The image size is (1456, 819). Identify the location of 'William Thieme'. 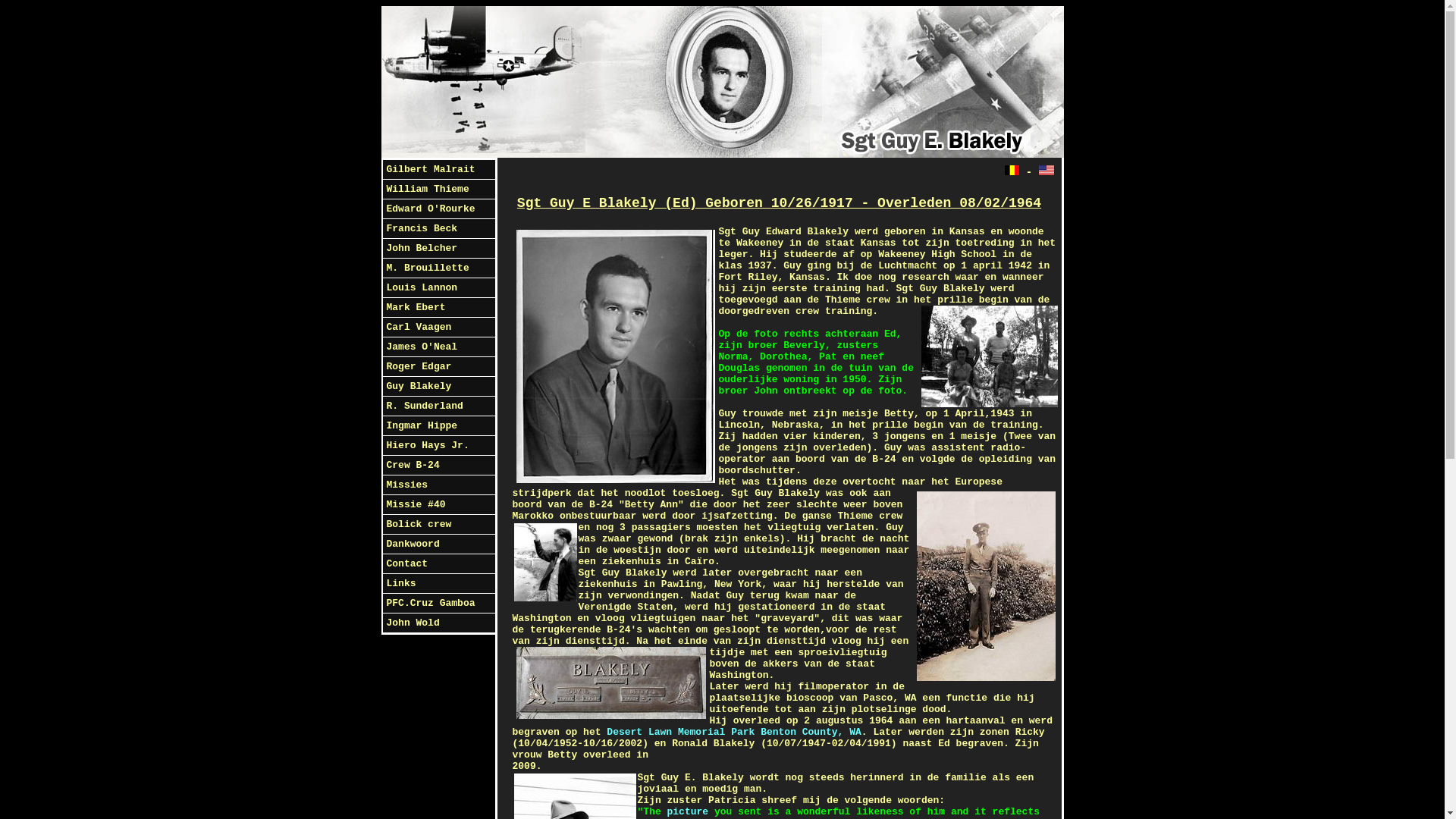
(437, 189).